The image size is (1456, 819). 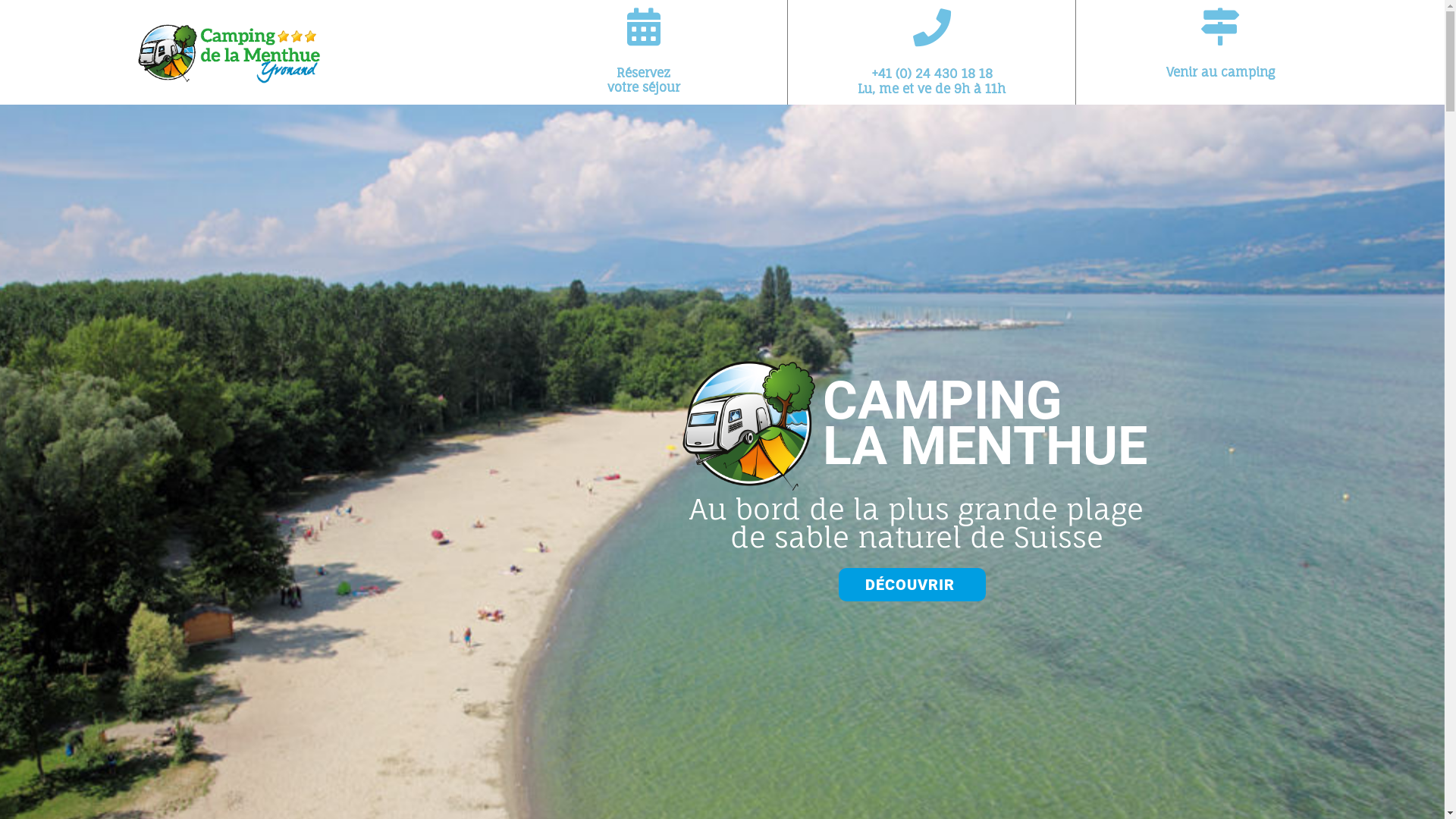 What do you see at coordinates (1220, 72) in the screenshot?
I see `'Venir au camping'` at bounding box center [1220, 72].